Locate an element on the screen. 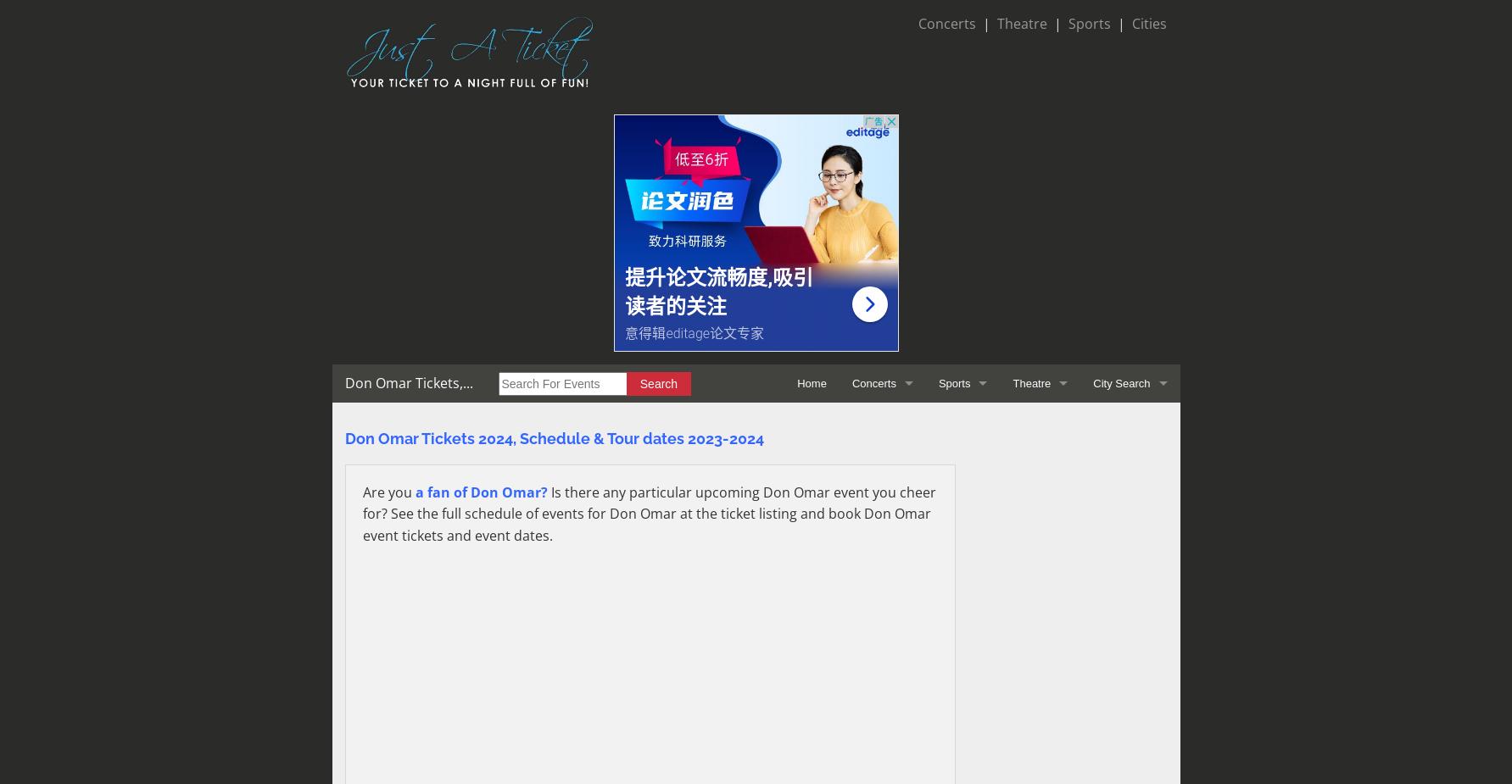 The height and width of the screenshot is (784, 1512). 'Sports' is located at coordinates (1068, 23).